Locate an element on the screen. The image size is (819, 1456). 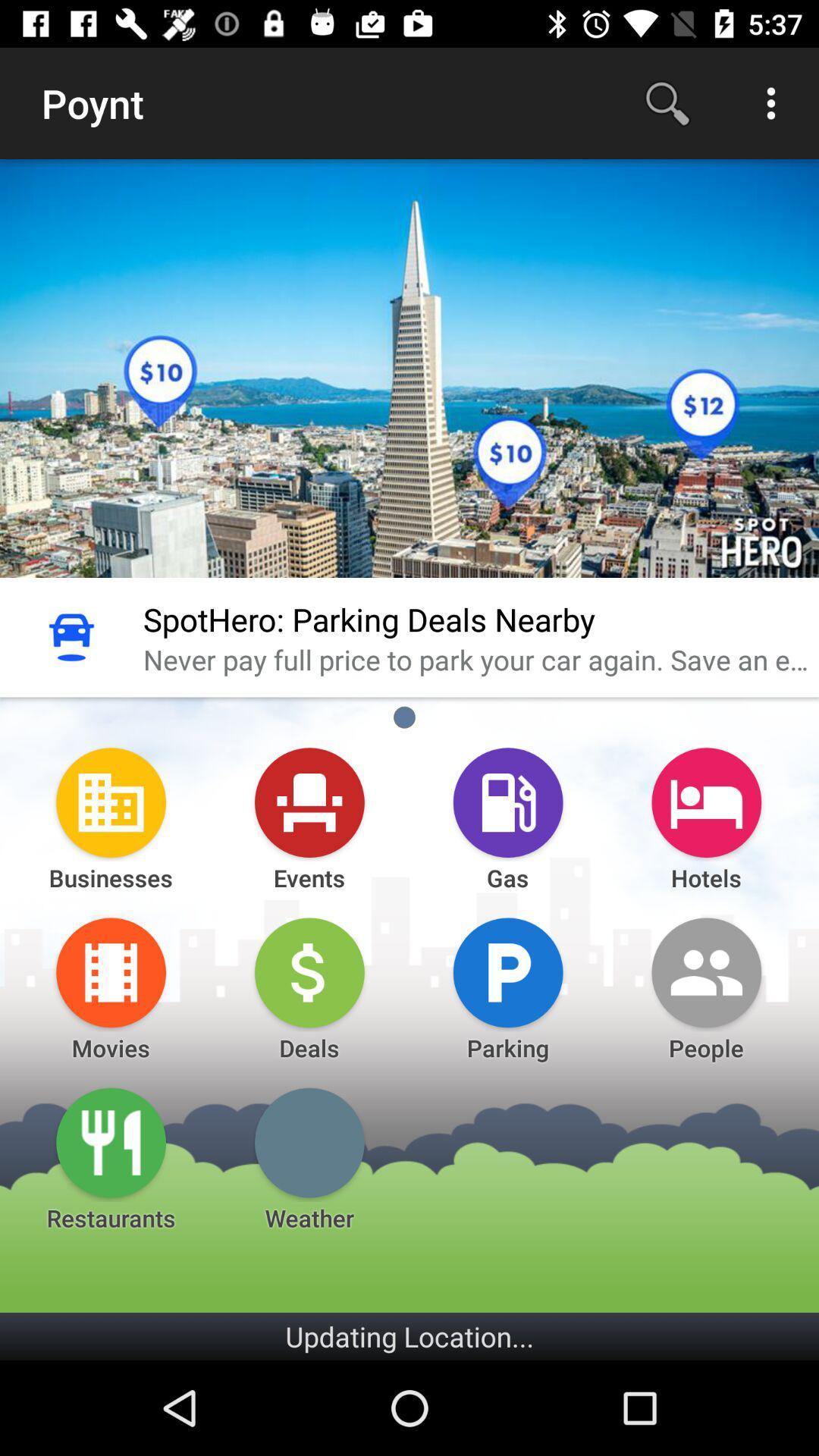
the above right  3 dots button is located at coordinates (771, 103).